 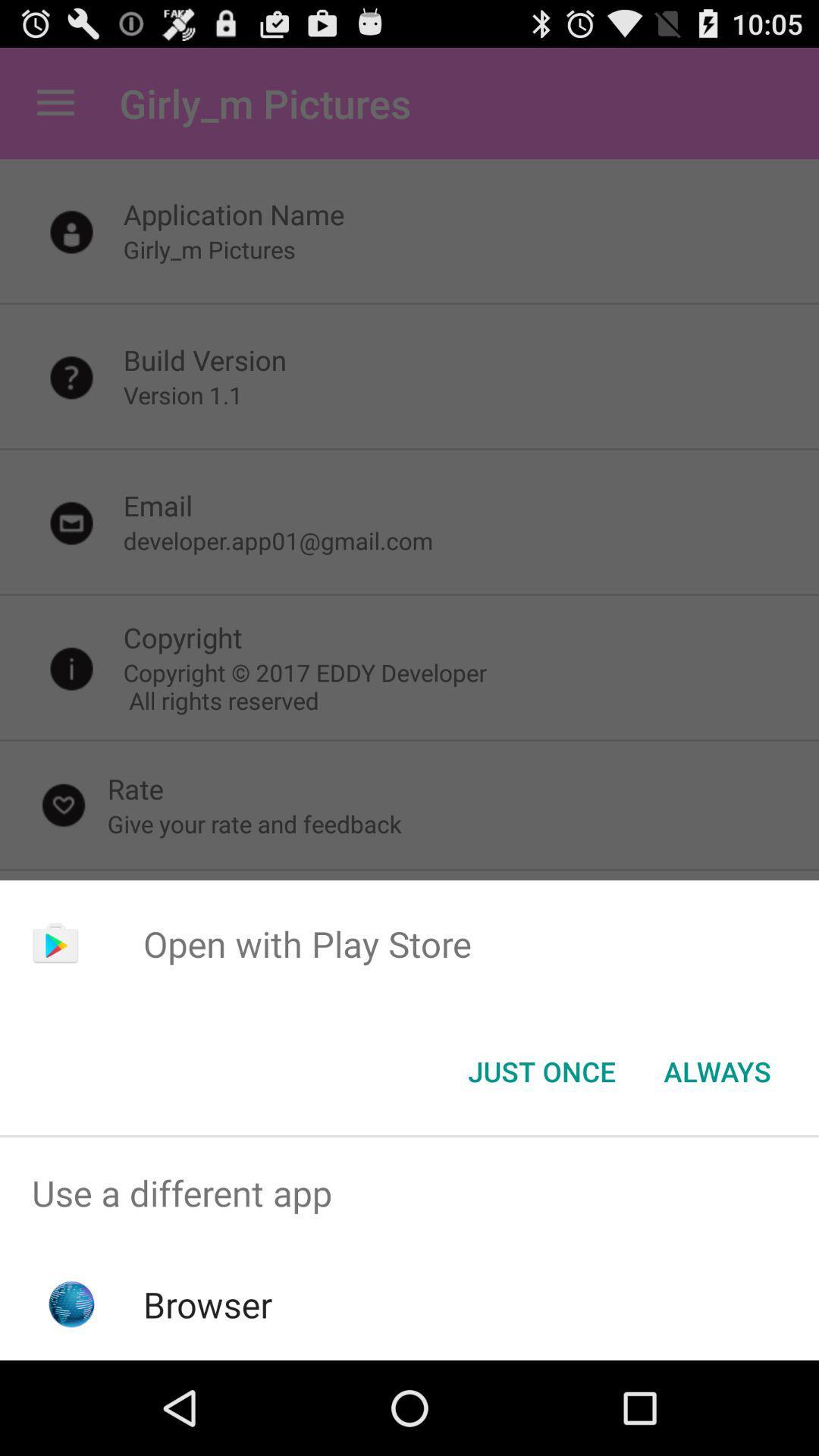 I want to click on icon to the left of always icon, so click(x=541, y=1070).